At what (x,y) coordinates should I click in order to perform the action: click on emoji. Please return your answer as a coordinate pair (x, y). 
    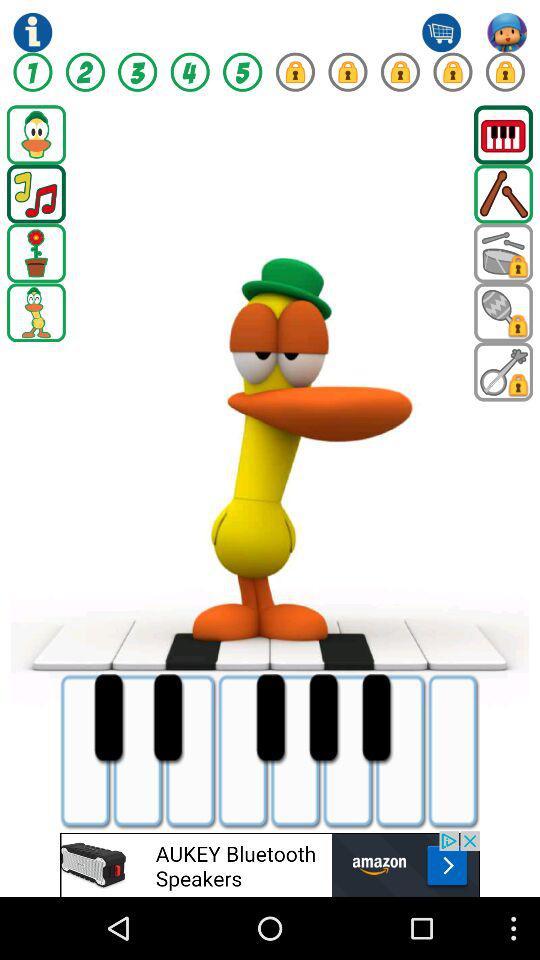
    Looking at the image, I should click on (502, 252).